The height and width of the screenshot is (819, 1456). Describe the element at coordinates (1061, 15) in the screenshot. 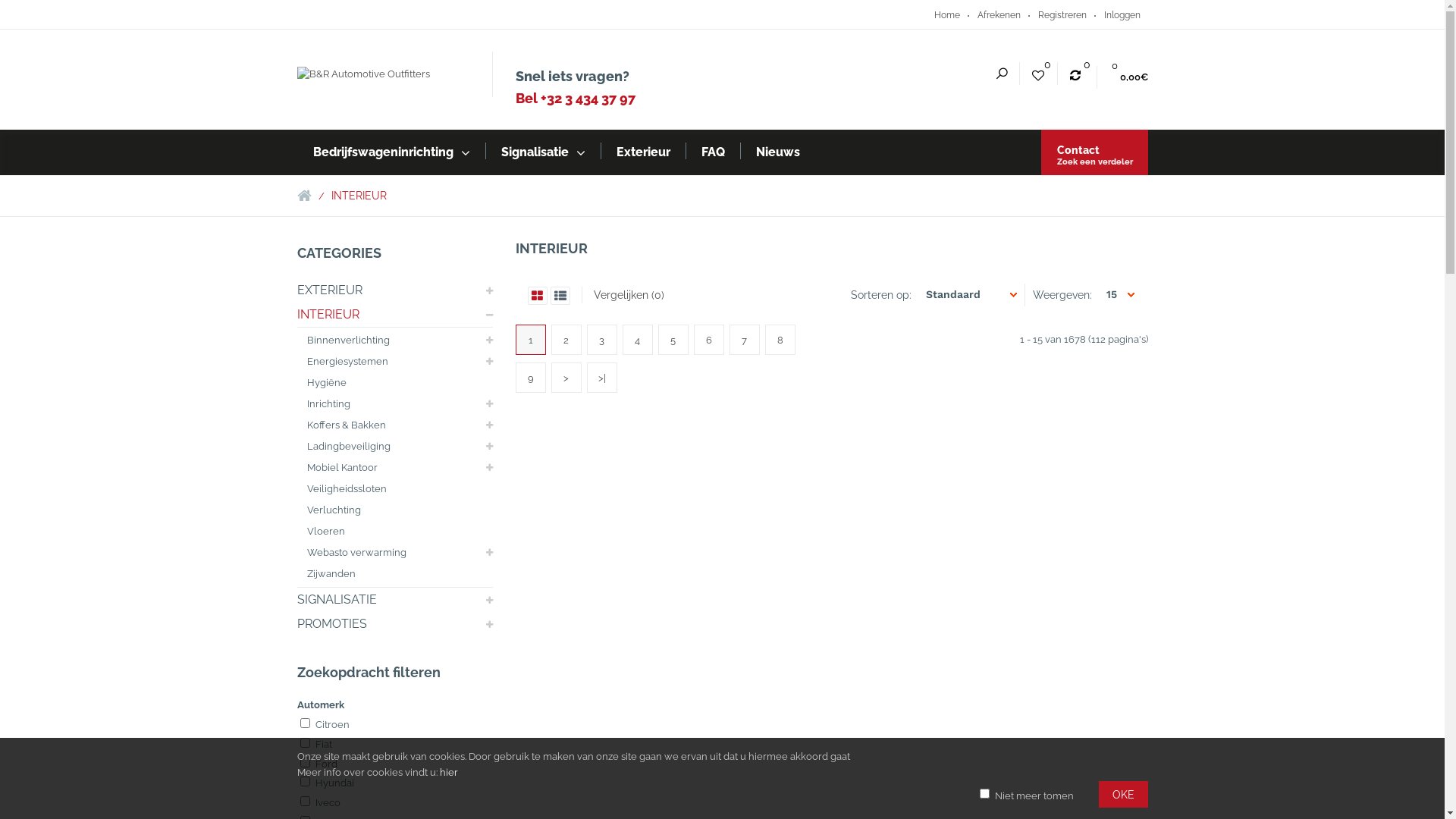

I see `'Registreren'` at that location.